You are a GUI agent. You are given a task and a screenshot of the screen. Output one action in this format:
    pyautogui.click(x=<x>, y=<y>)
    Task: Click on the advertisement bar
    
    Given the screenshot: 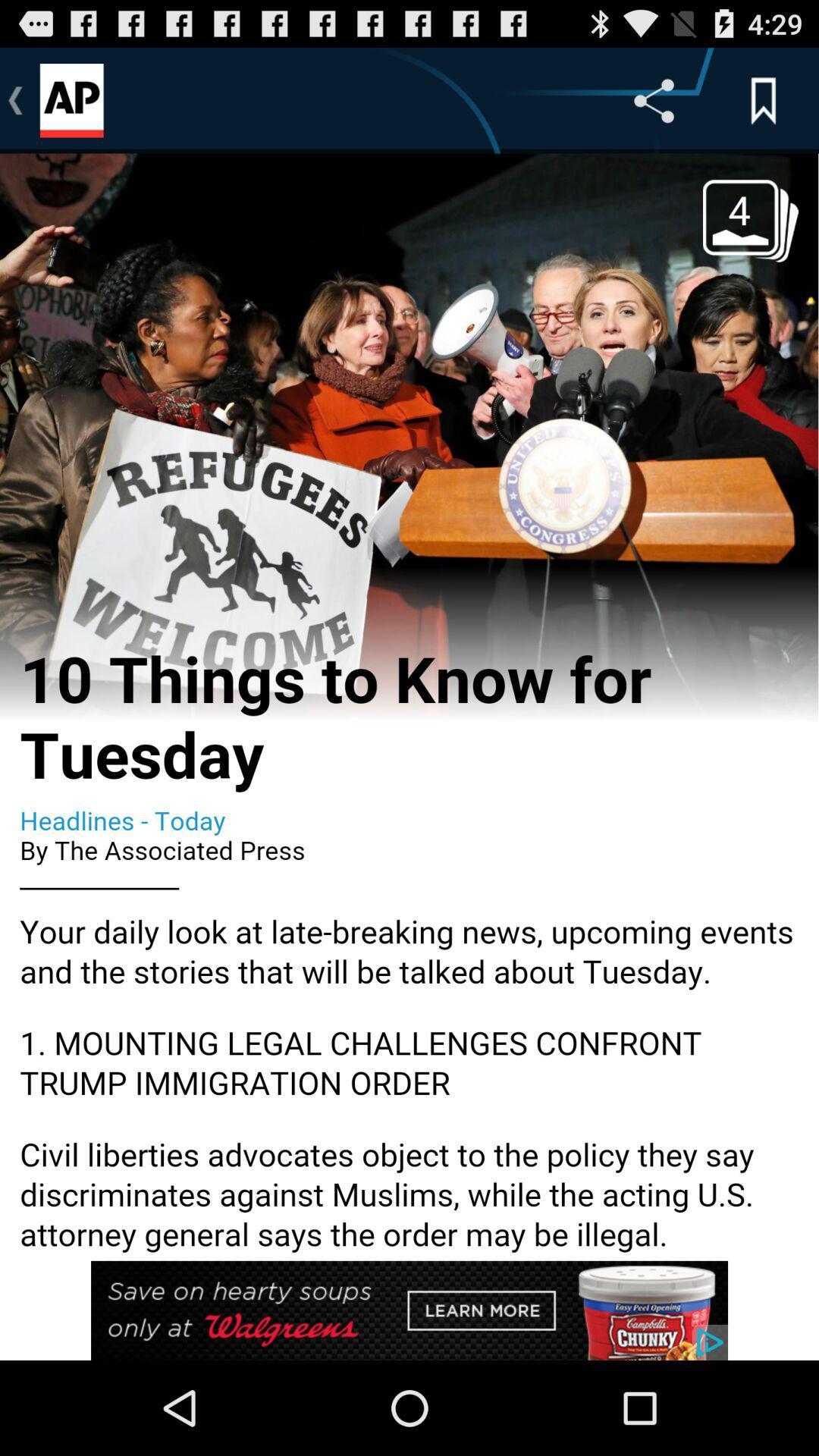 What is the action you would take?
    pyautogui.click(x=409, y=1310)
    